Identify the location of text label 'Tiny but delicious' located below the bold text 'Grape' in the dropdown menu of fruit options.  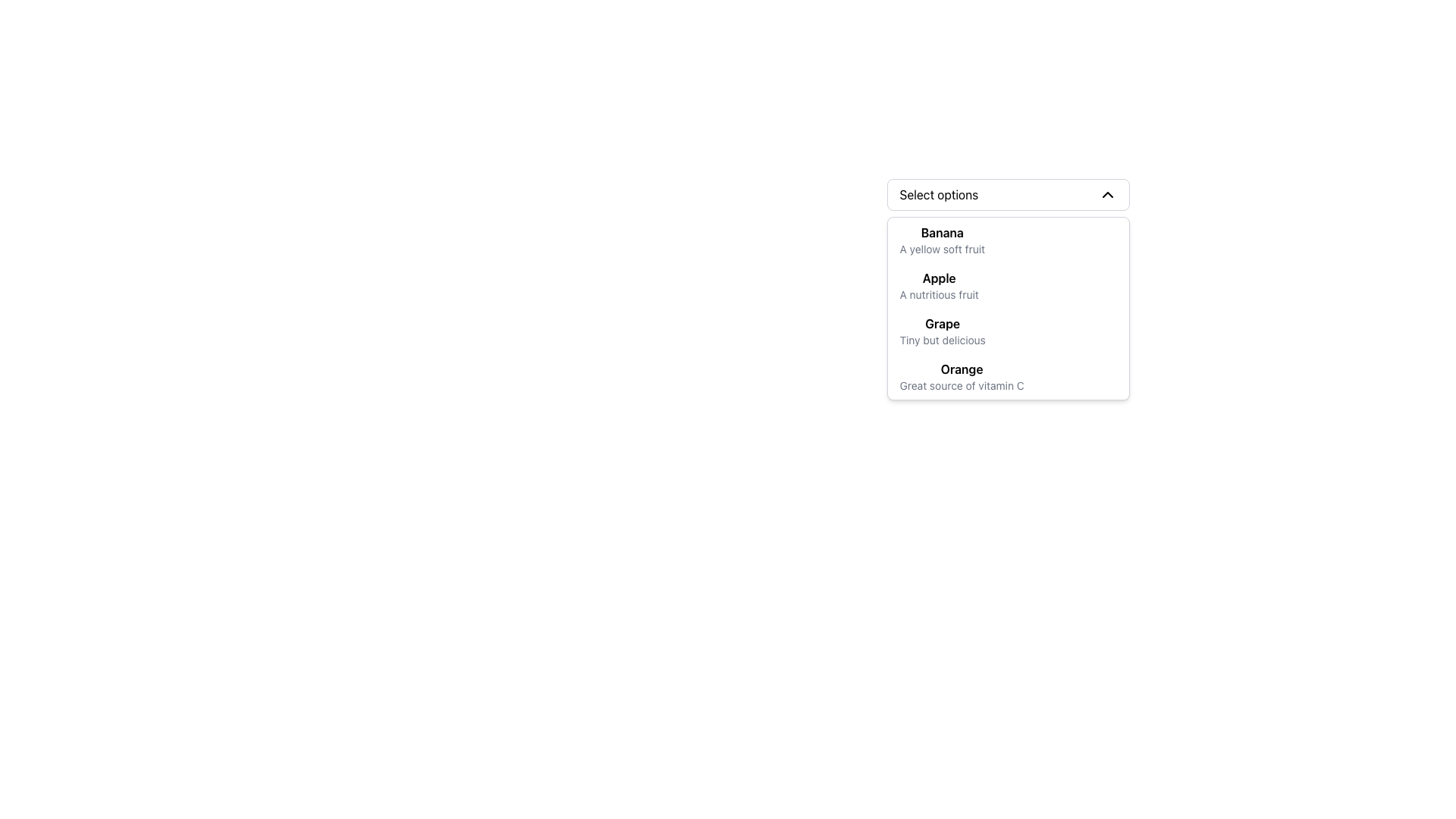
(942, 339).